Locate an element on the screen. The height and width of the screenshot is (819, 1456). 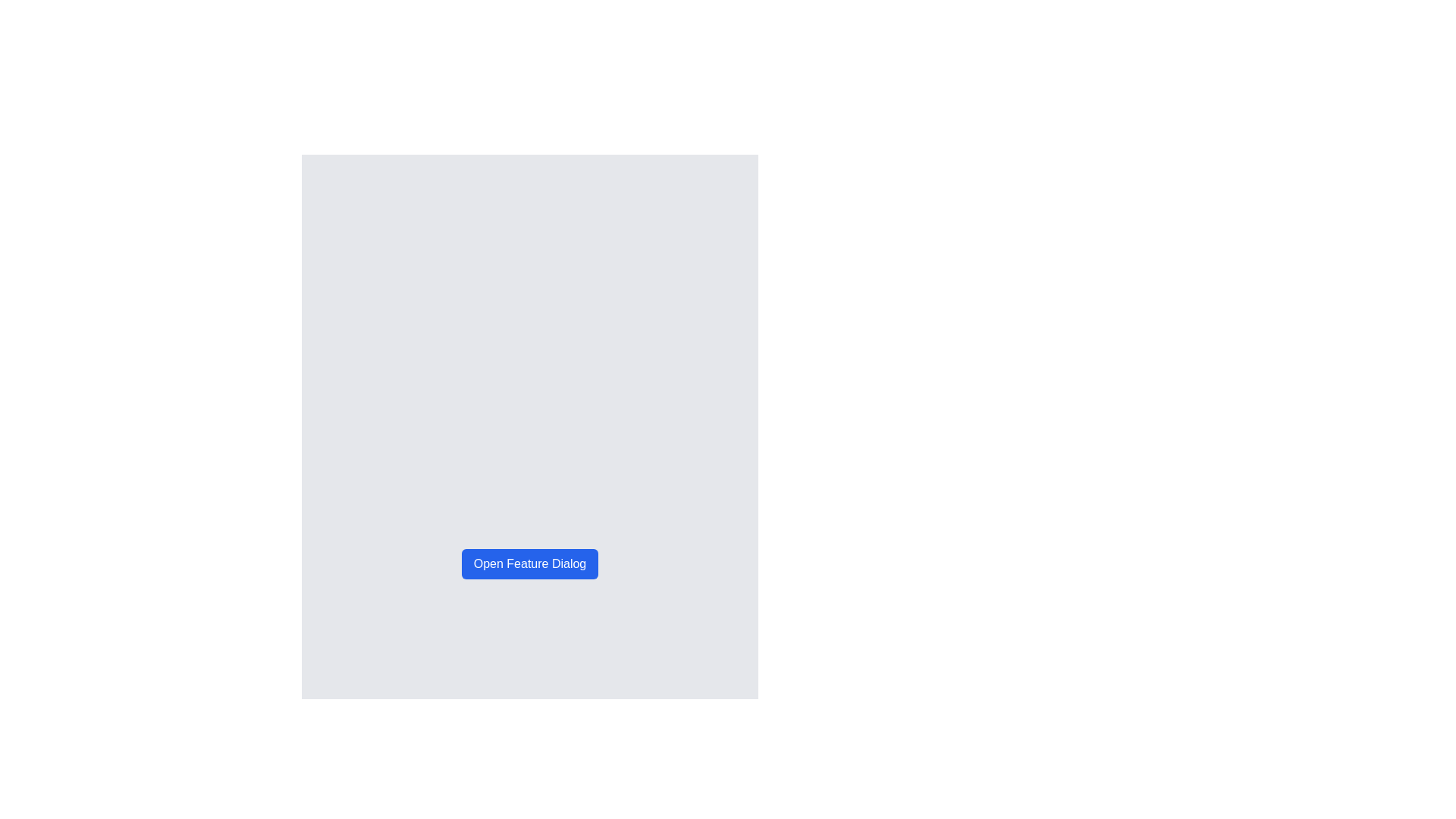
the rectangular blue button labeled 'Open Feature Dialog' to change its appearance is located at coordinates (530, 564).